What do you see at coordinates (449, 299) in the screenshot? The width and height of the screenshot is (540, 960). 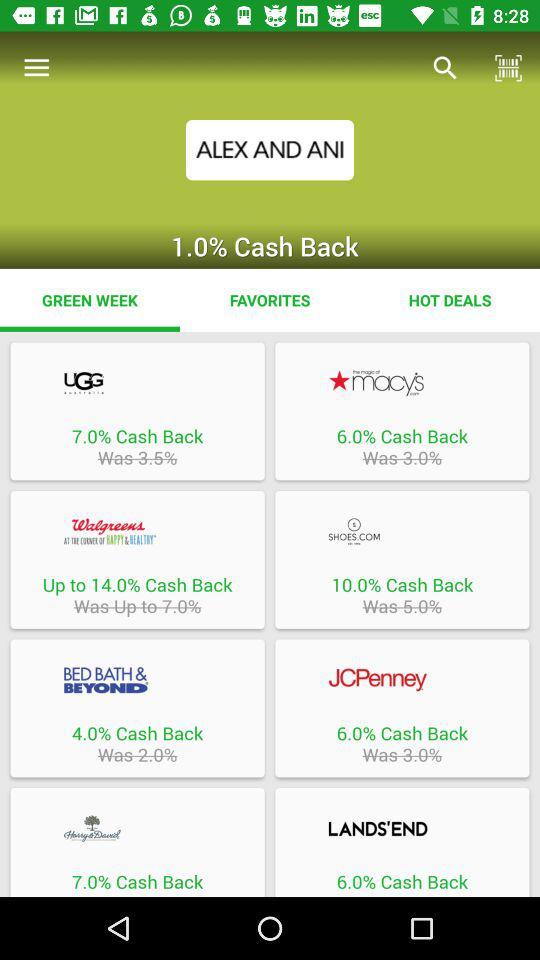 I see `hot deals icon` at bounding box center [449, 299].